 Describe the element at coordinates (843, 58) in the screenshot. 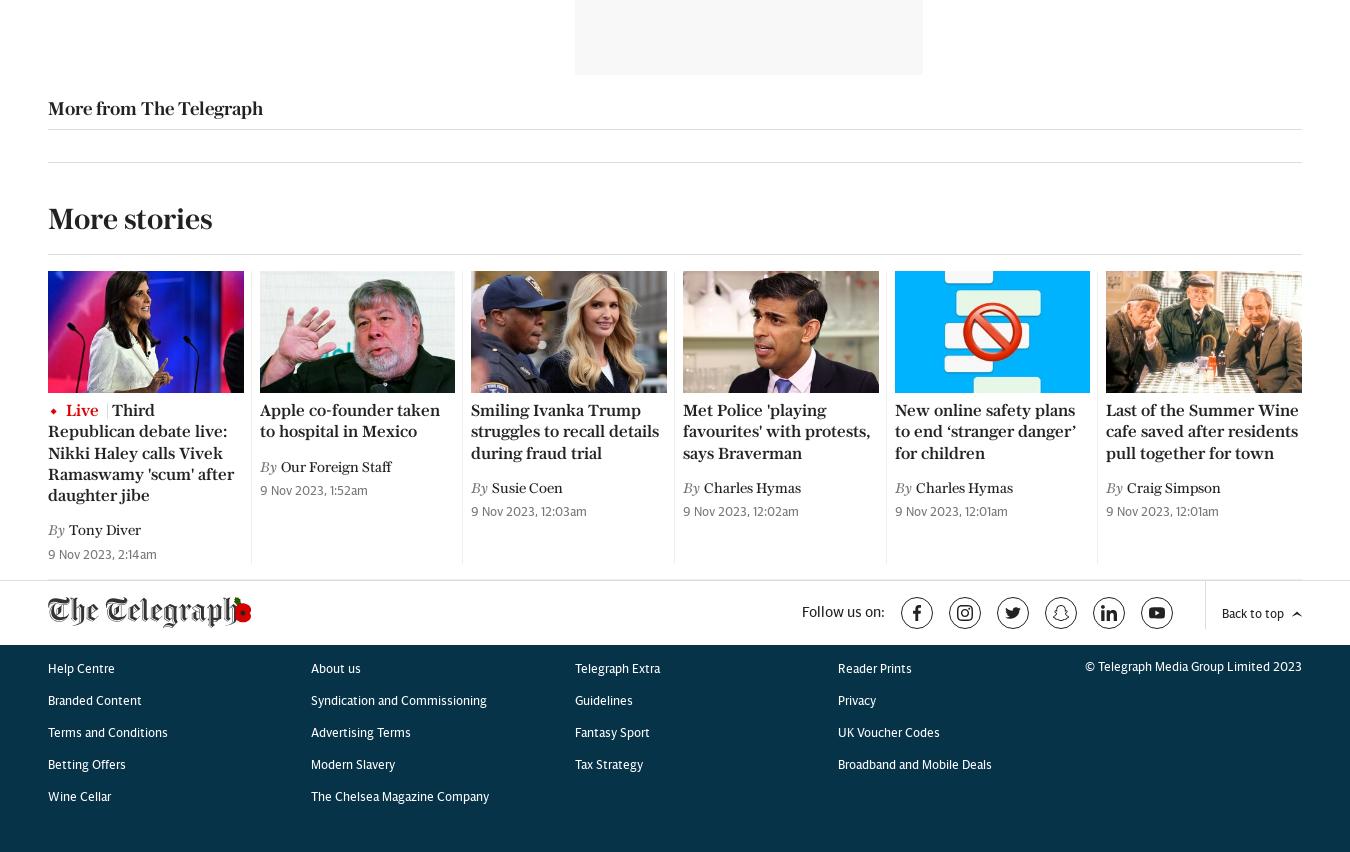

I see `'Follow us on:'` at that location.